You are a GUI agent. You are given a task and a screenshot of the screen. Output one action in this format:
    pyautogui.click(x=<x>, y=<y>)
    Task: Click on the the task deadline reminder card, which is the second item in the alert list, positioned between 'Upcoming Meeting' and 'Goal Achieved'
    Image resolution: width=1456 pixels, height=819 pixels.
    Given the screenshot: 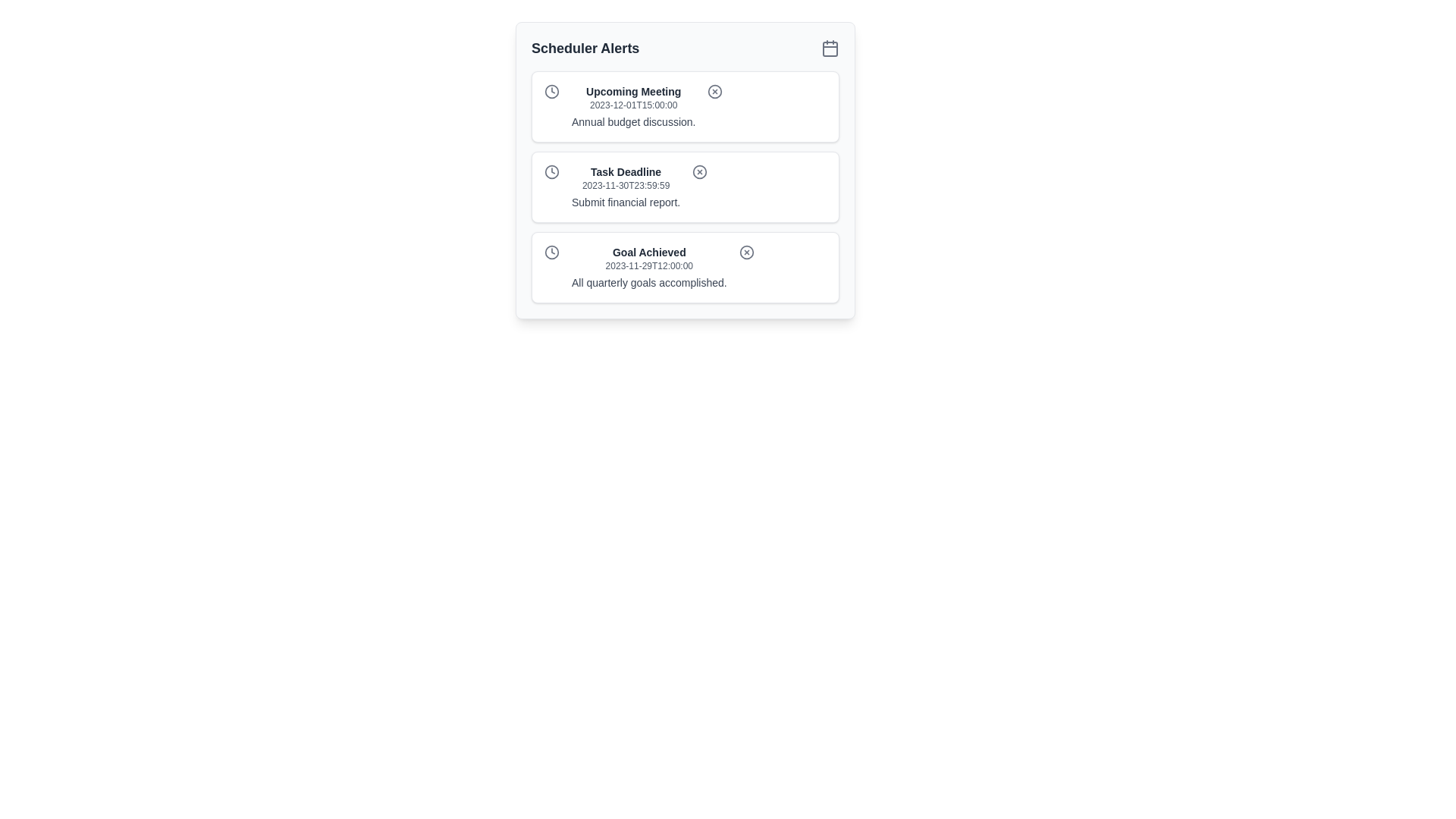 What is the action you would take?
    pyautogui.click(x=684, y=186)
    